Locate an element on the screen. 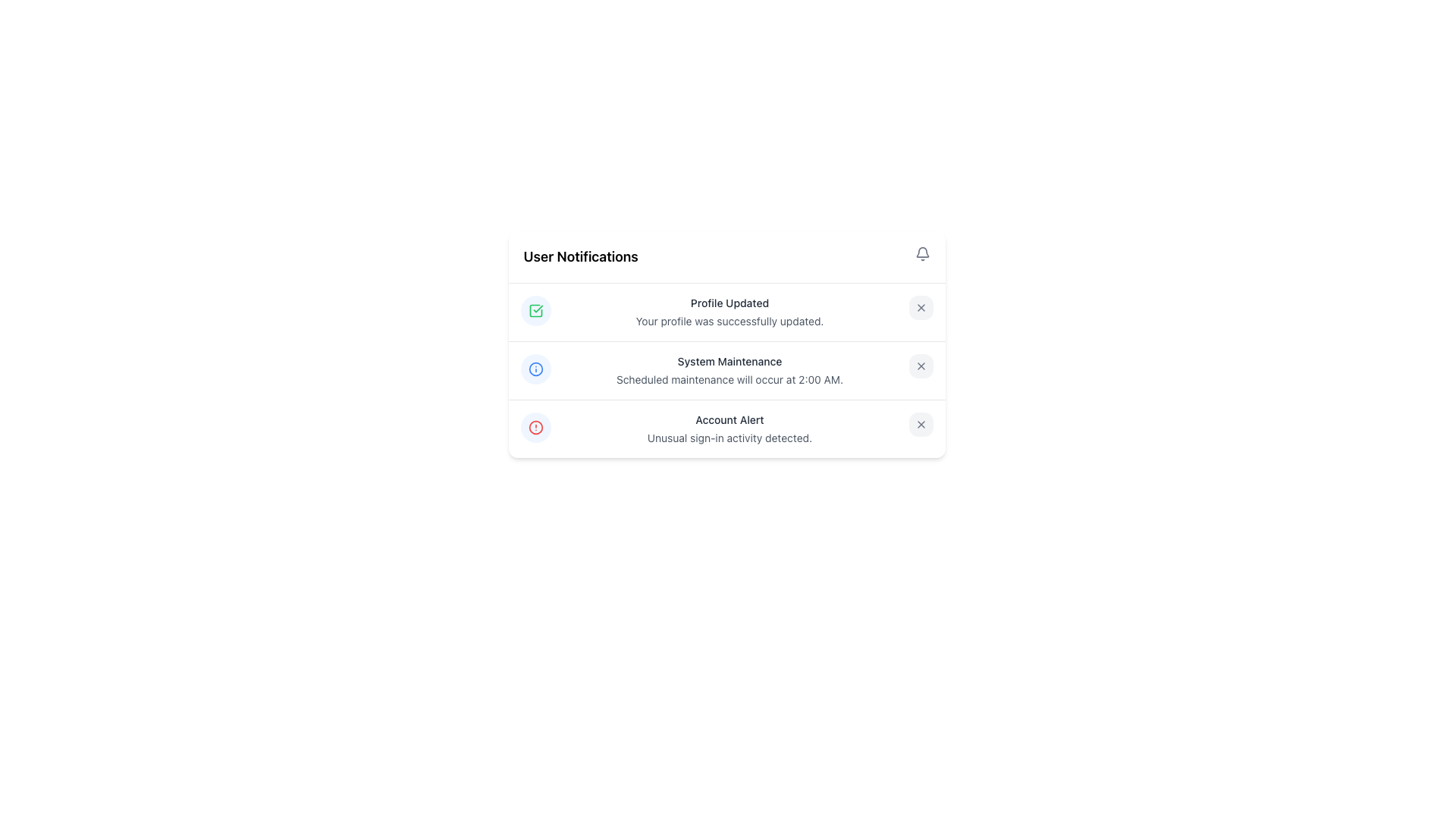 This screenshot has height=819, width=1456. the notification text block displaying 'System Maintenance' with the description 'Scheduled maintenance will occur at 2:00 AM.' is located at coordinates (730, 371).